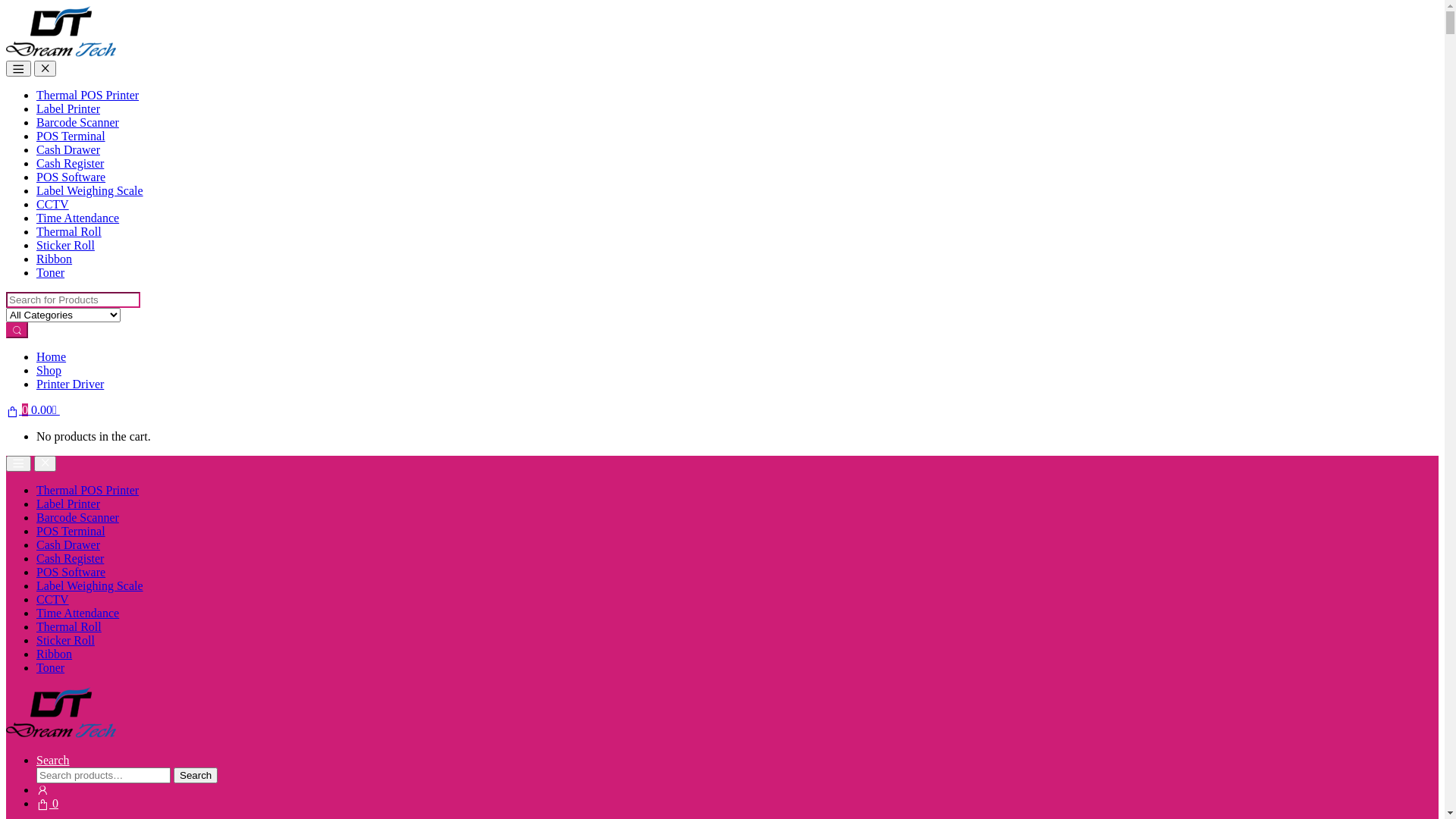 This screenshot has width=1456, height=819. What do you see at coordinates (64, 640) in the screenshot?
I see `'Sticker Roll'` at bounding box center [64, 640].